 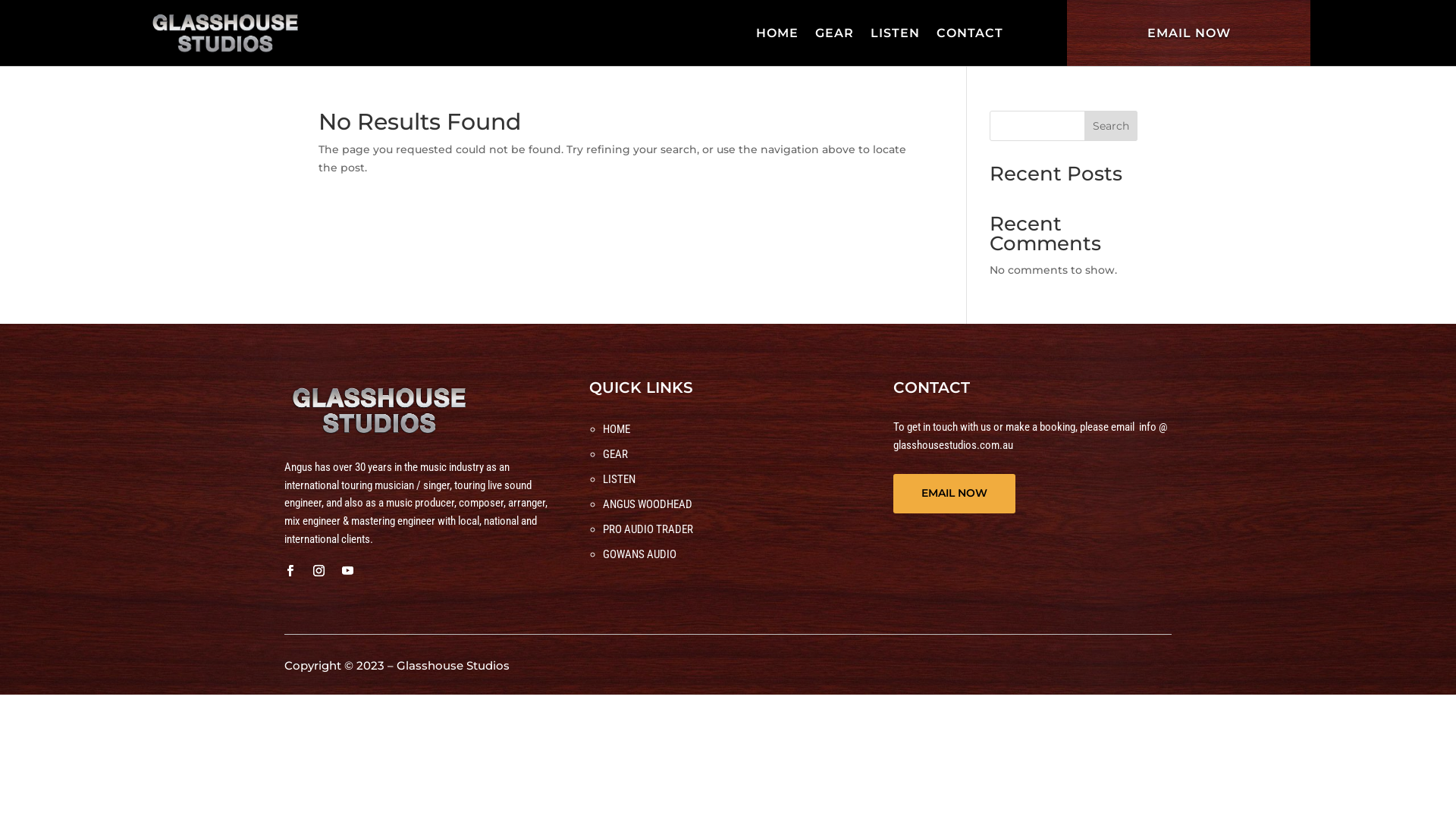 What do you see at coordinates (318, 570) in the screenshot?
I see `'Follow on Instagram'` at bounding box center [318, 570].